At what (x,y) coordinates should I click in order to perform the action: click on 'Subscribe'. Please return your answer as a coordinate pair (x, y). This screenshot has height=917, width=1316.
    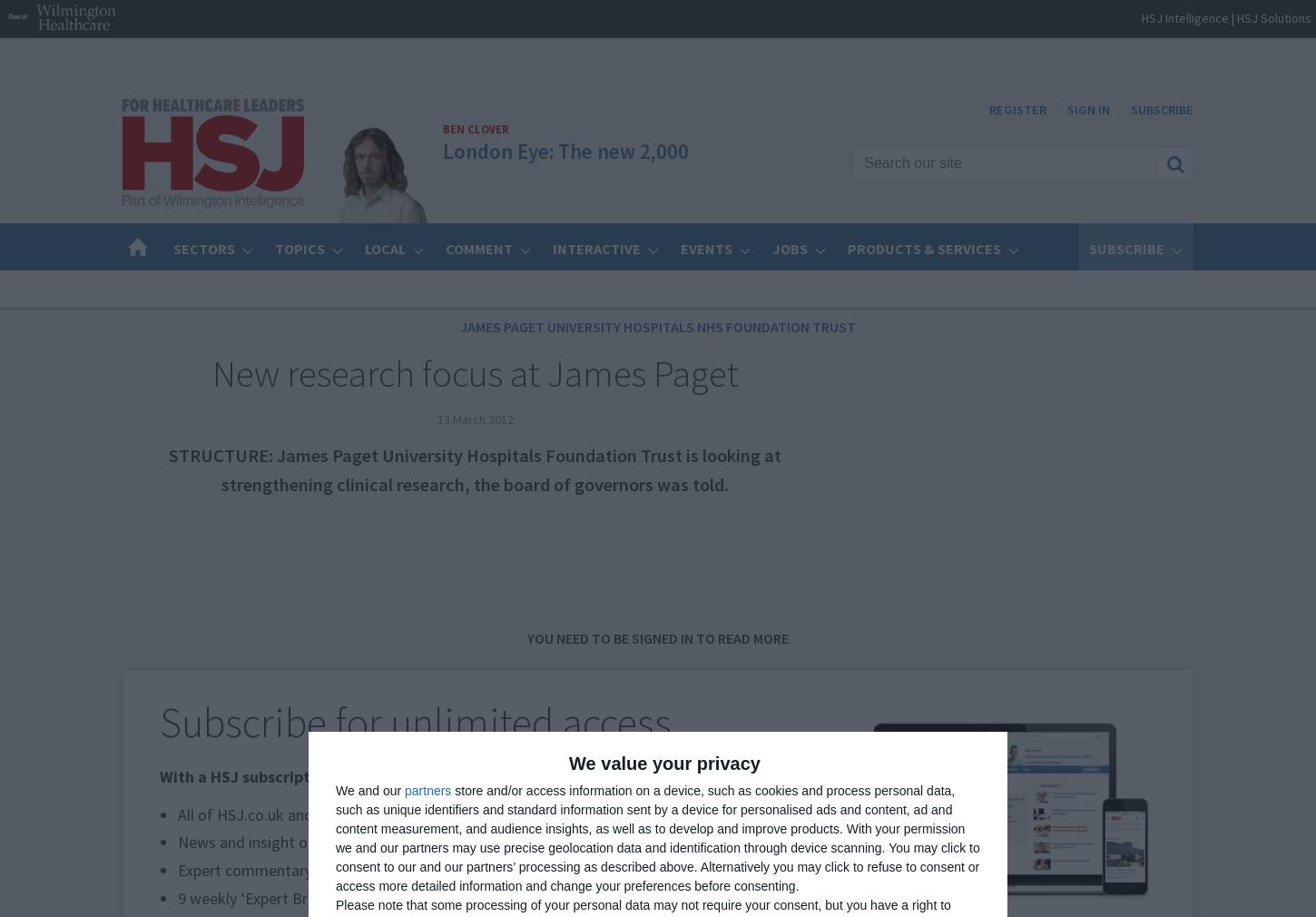
    Looking at the image, I should click on (1088, 249).